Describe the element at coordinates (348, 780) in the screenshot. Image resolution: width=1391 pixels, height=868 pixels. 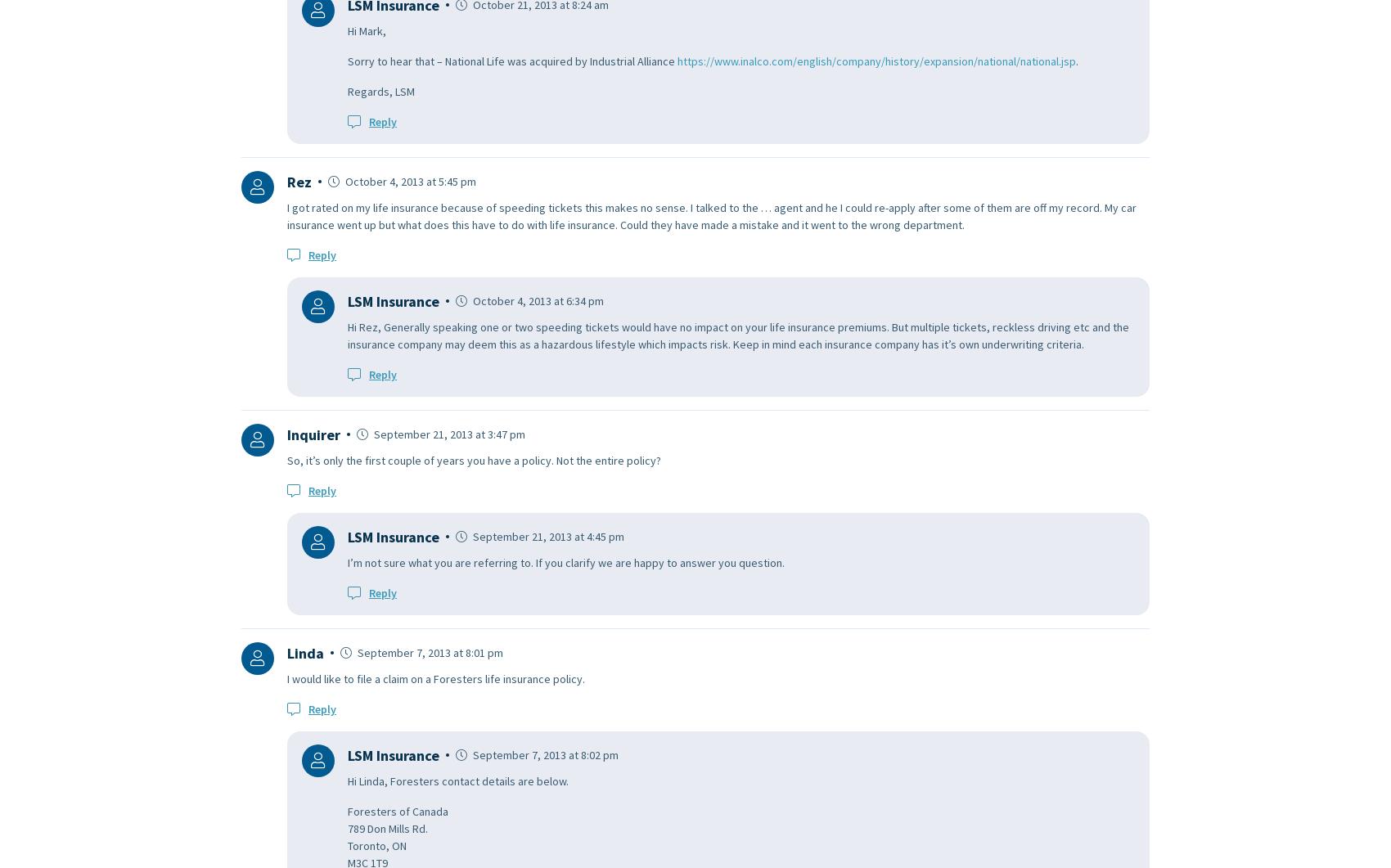
I see `'Hi Linda, Foresters contact details are below.'` at that location.